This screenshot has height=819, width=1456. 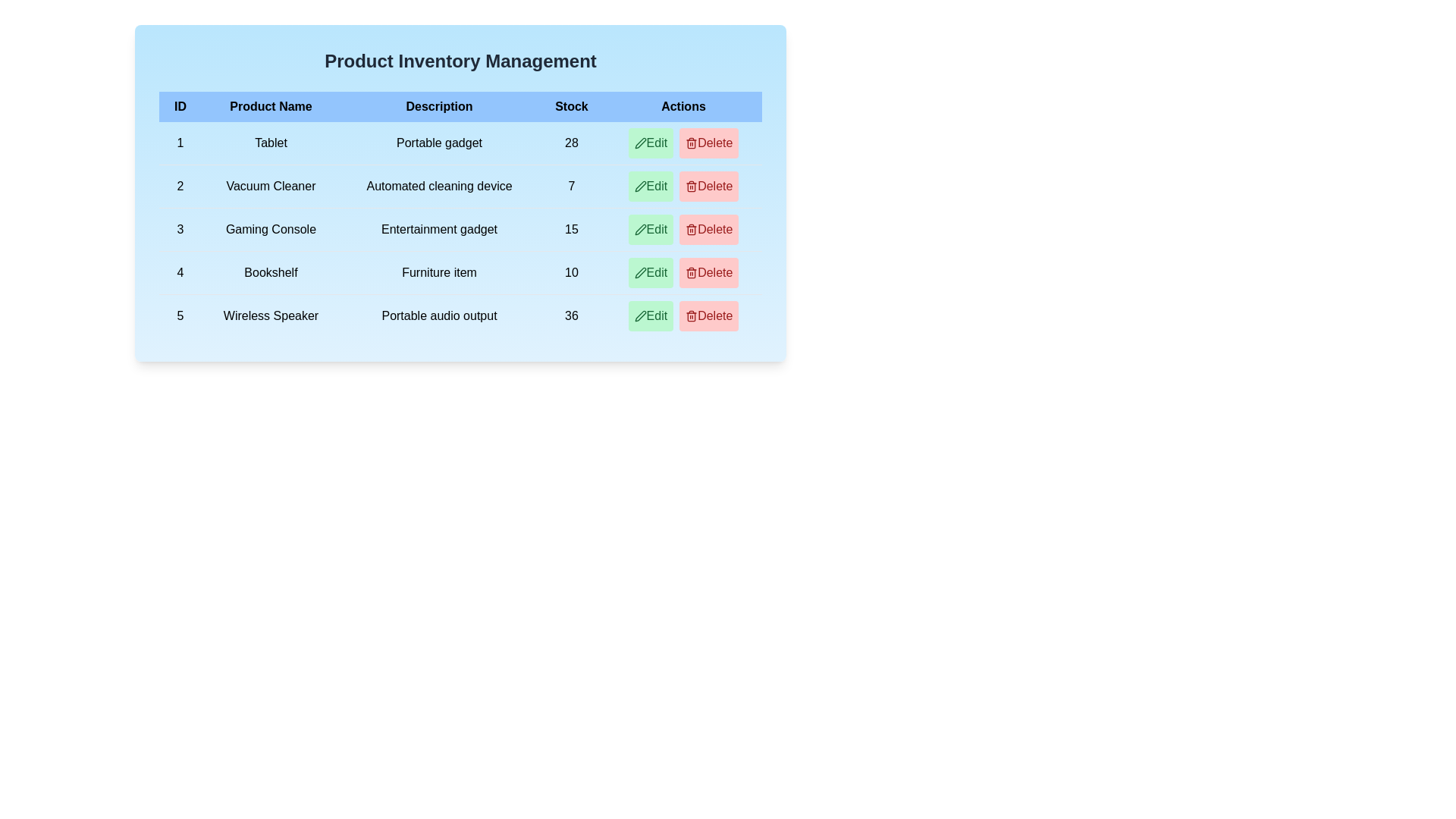 I want to click on the trash can icon in red color located in the Delete button of the Actions column in the last row of the product inventory table, so click(x=691, y=315).